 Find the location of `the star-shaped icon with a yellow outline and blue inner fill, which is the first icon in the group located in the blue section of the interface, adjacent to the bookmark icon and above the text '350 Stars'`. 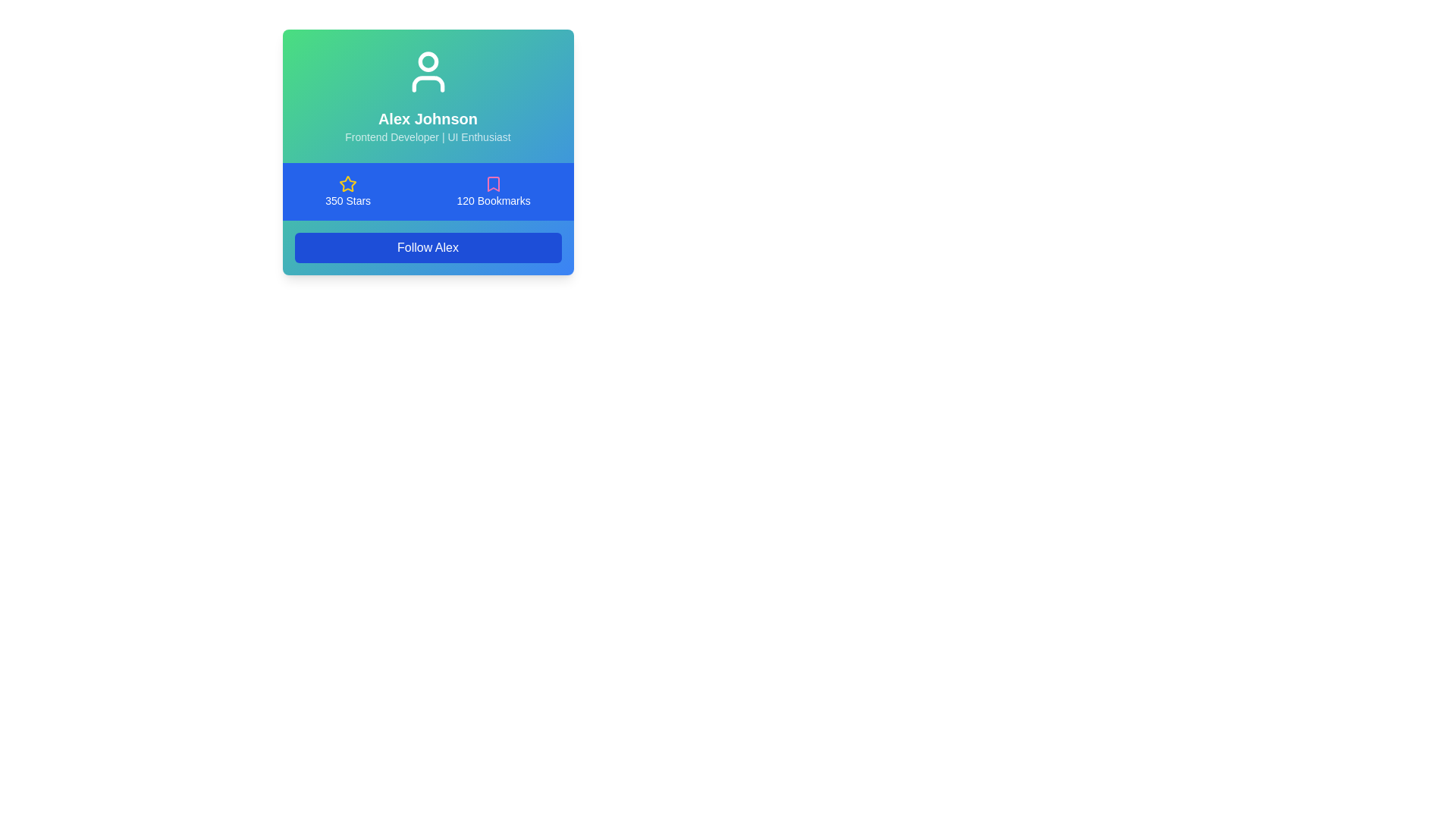

the star-shaped icon with a yellow outline and blue inner fill, which is the first icon in the group located in the blue section of the interface, adjacent to the bookmark icon and above the text '350 Stars' is located at coordinates (347, 183).